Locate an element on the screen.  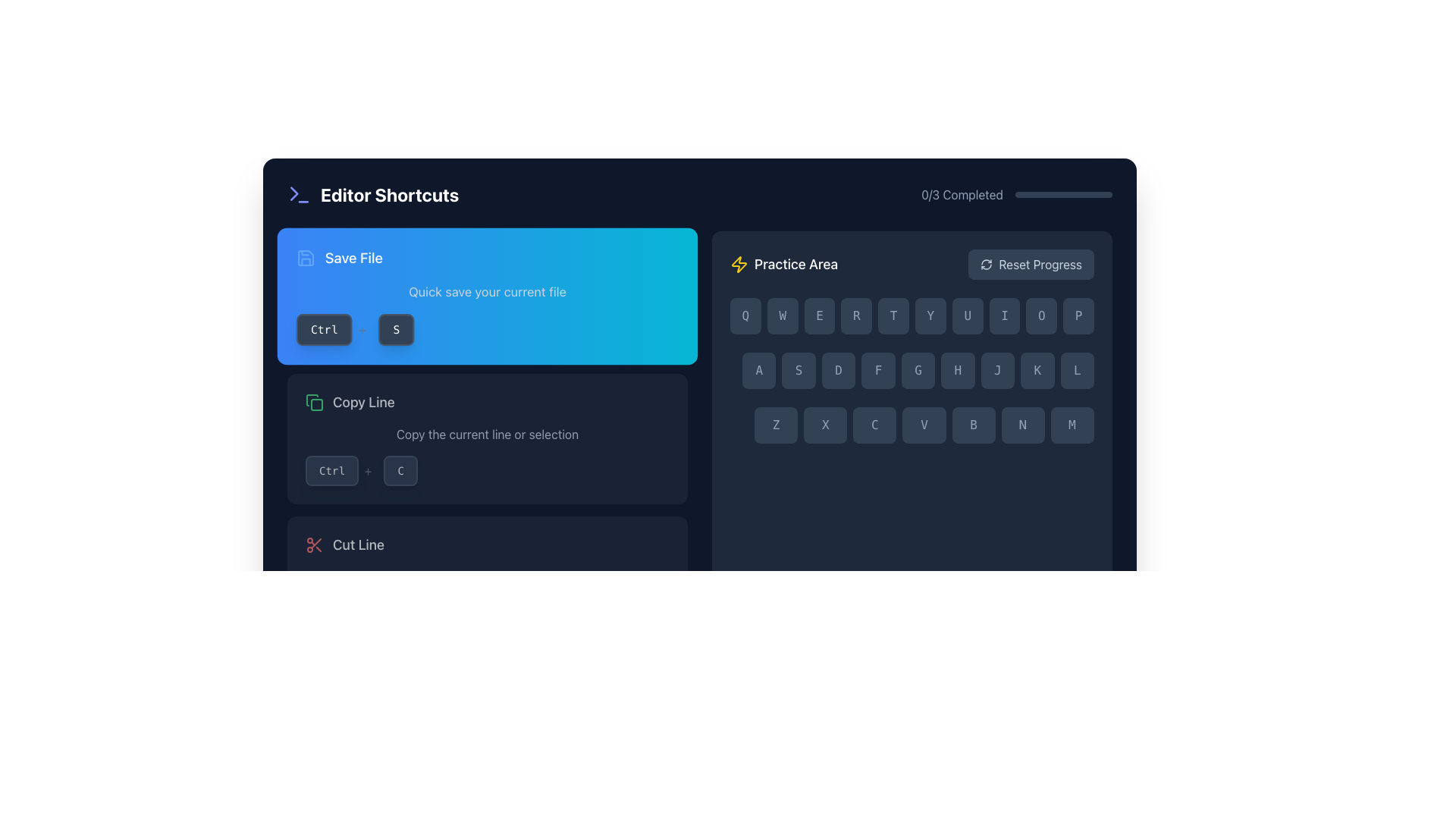
the 'Cut' button, which is the third option in the list of shortcuts on the left-hand section of the layout, positioned directly below the 'Copy Line' option is located at coordinates (488, 581).